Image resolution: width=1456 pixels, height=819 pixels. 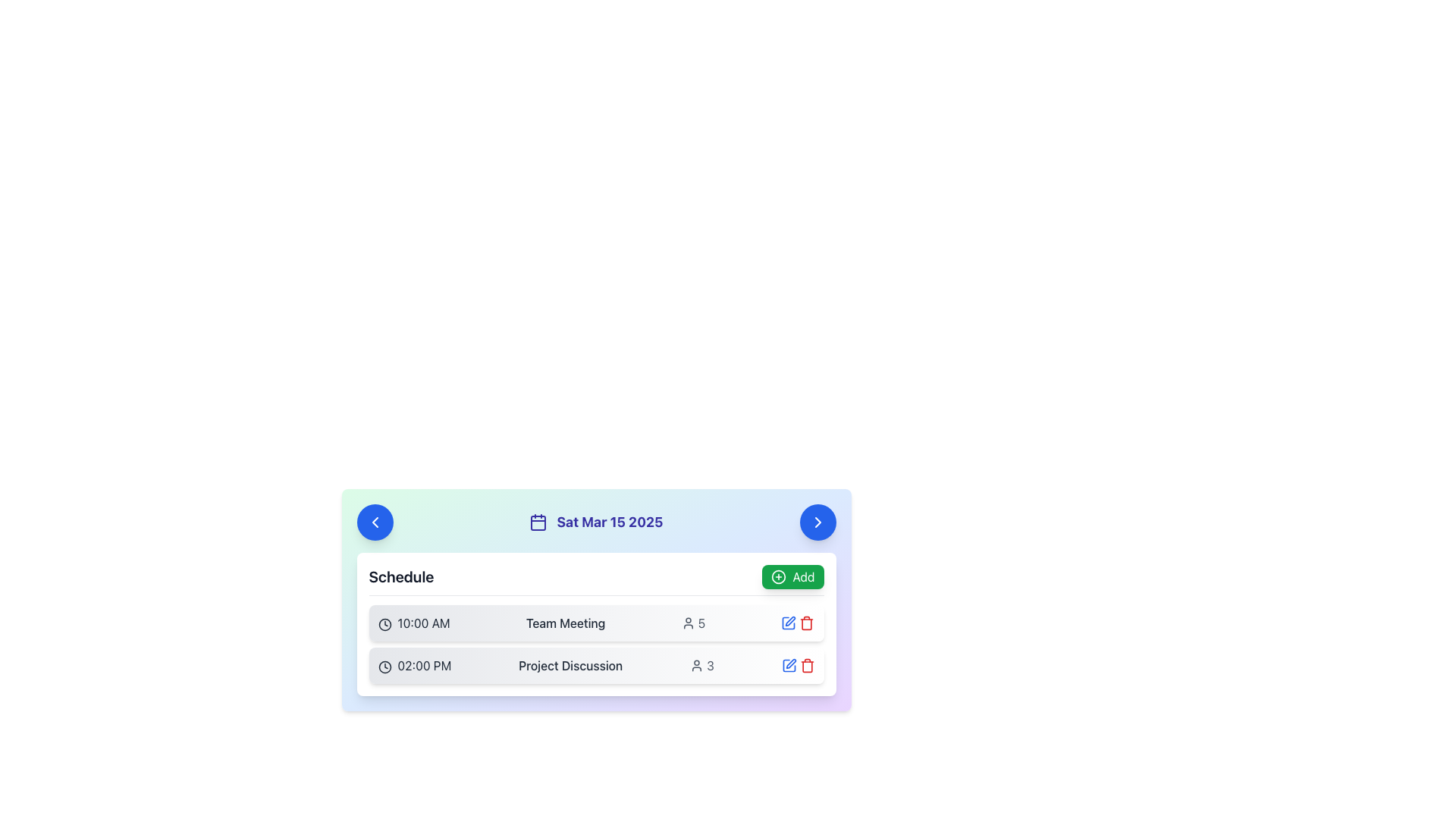 I want to click on the first Event Card in the vertically stacked list of scheduled events, so click(x=595, y=623).